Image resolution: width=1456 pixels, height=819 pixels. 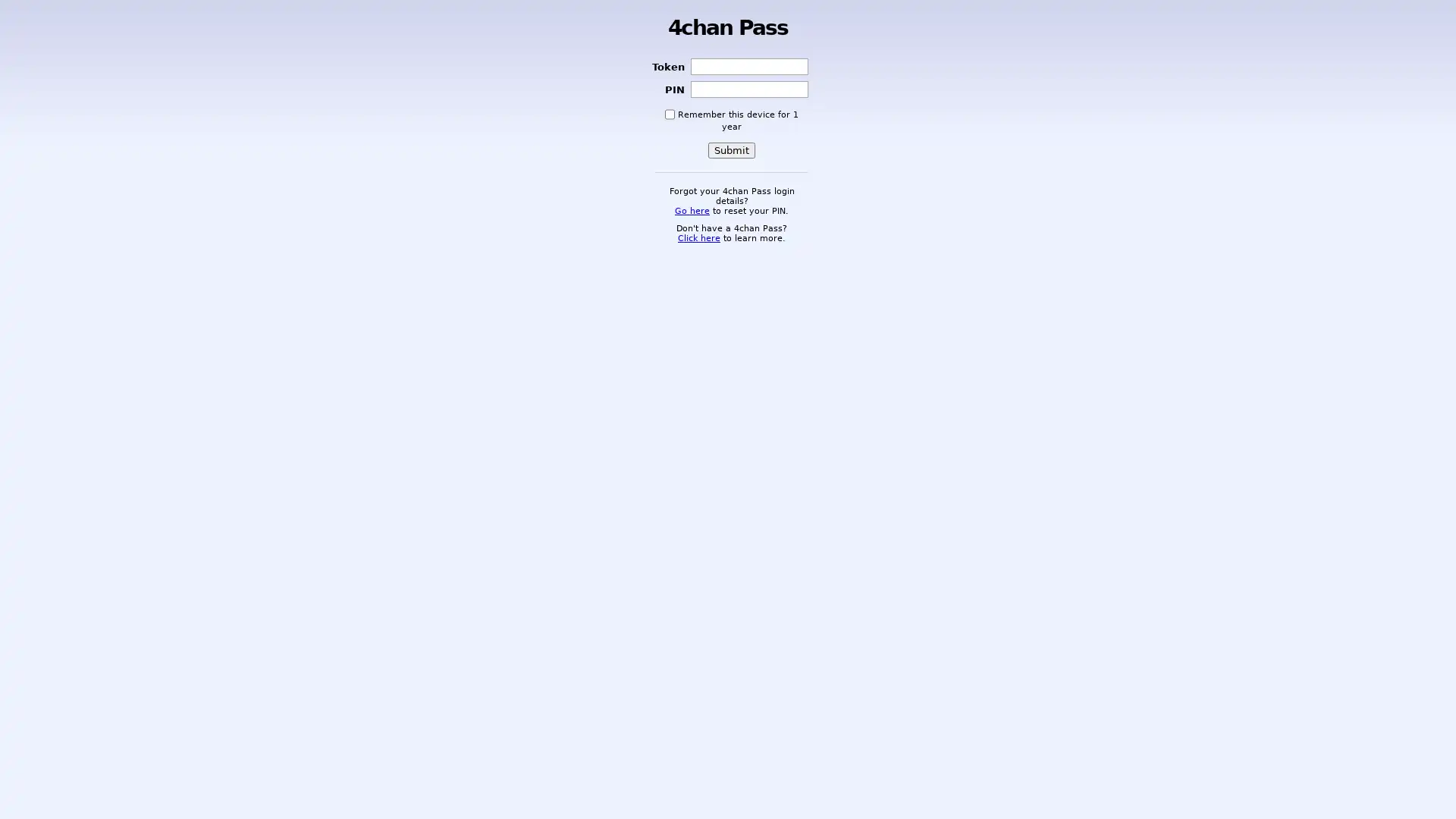 I want to click on Submit, so click(x=731, y=150).